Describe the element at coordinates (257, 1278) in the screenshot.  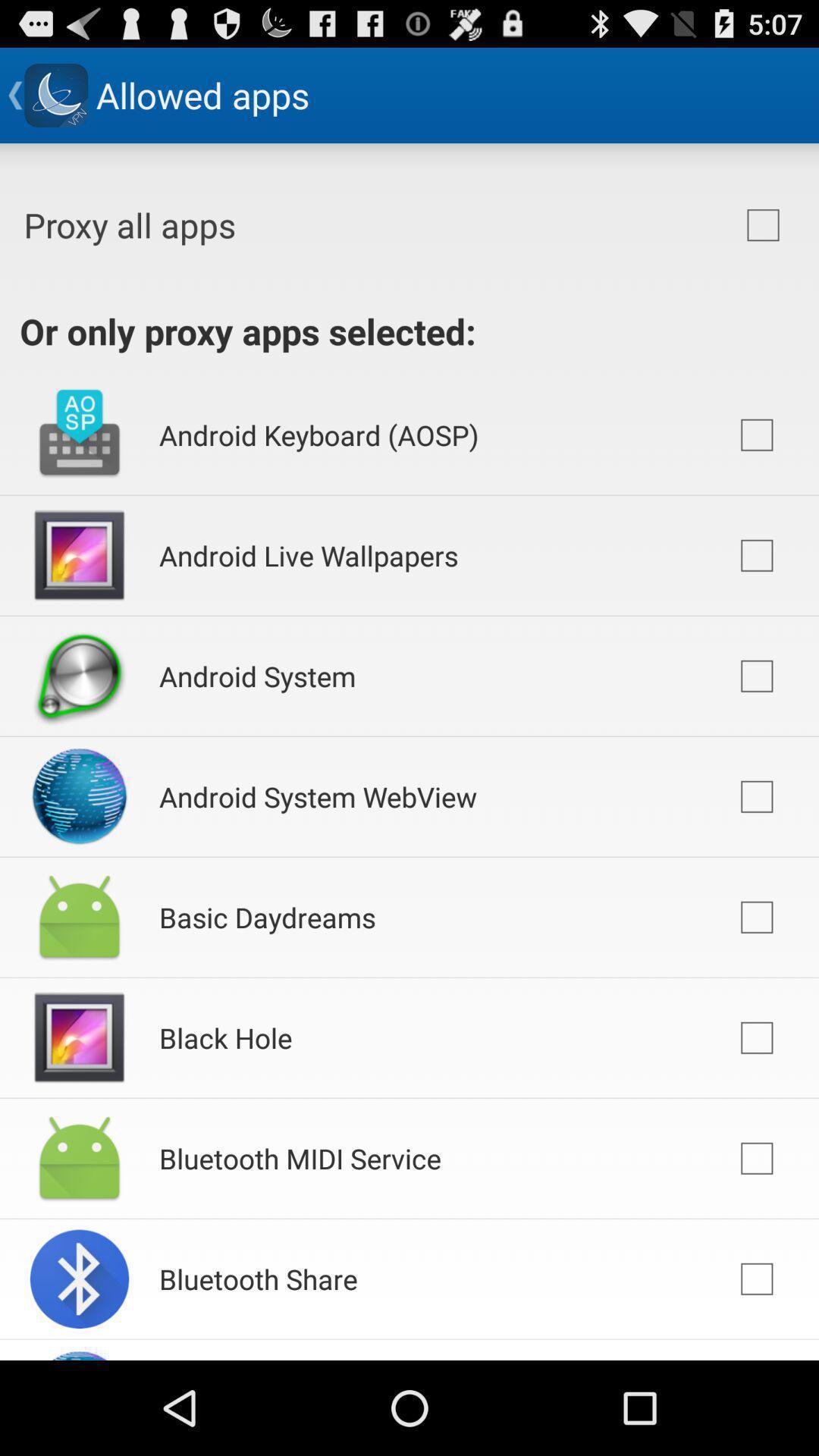
I see `the bluetooth share icon` at that location.